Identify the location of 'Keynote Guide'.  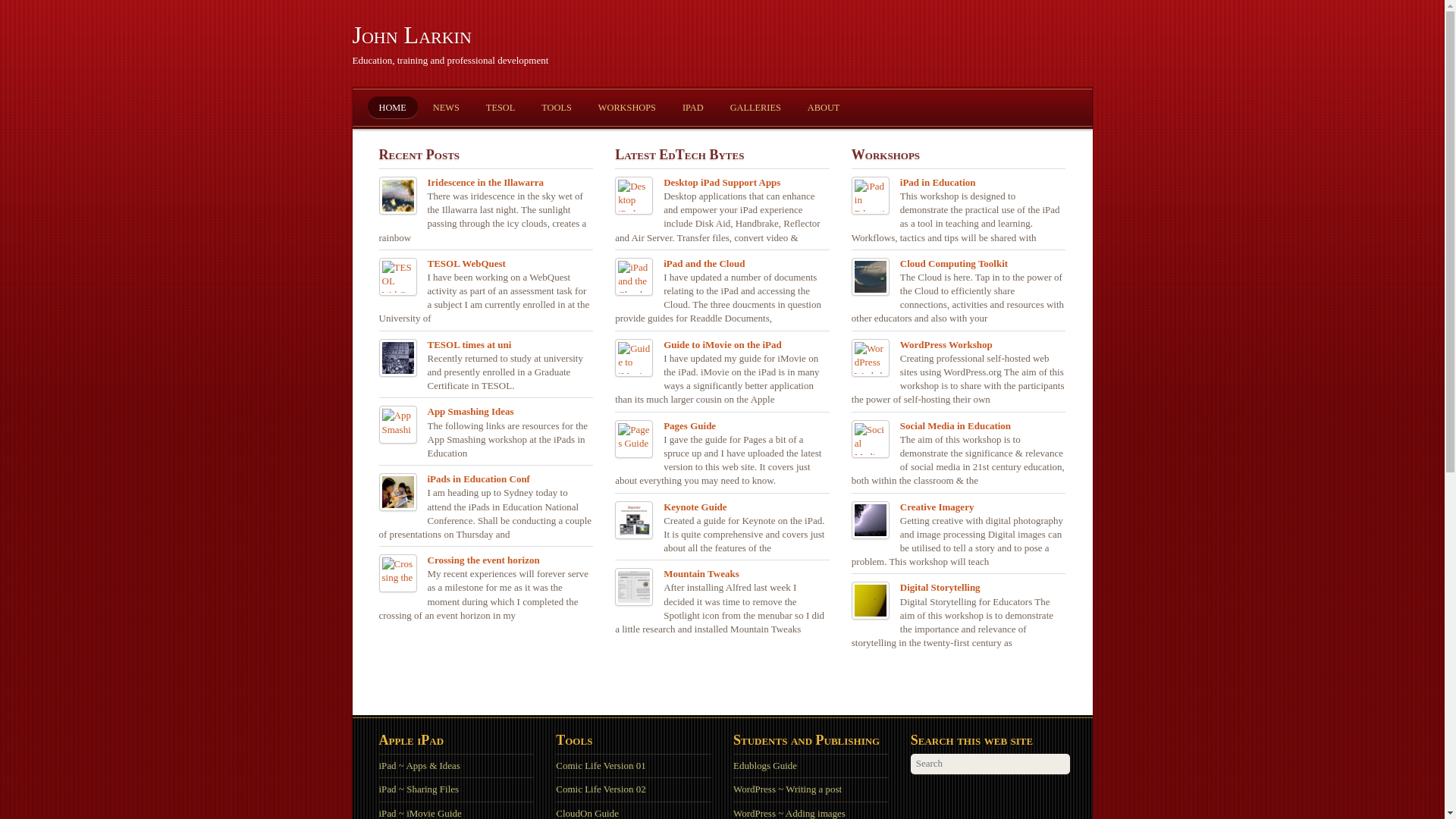
(694, 507).